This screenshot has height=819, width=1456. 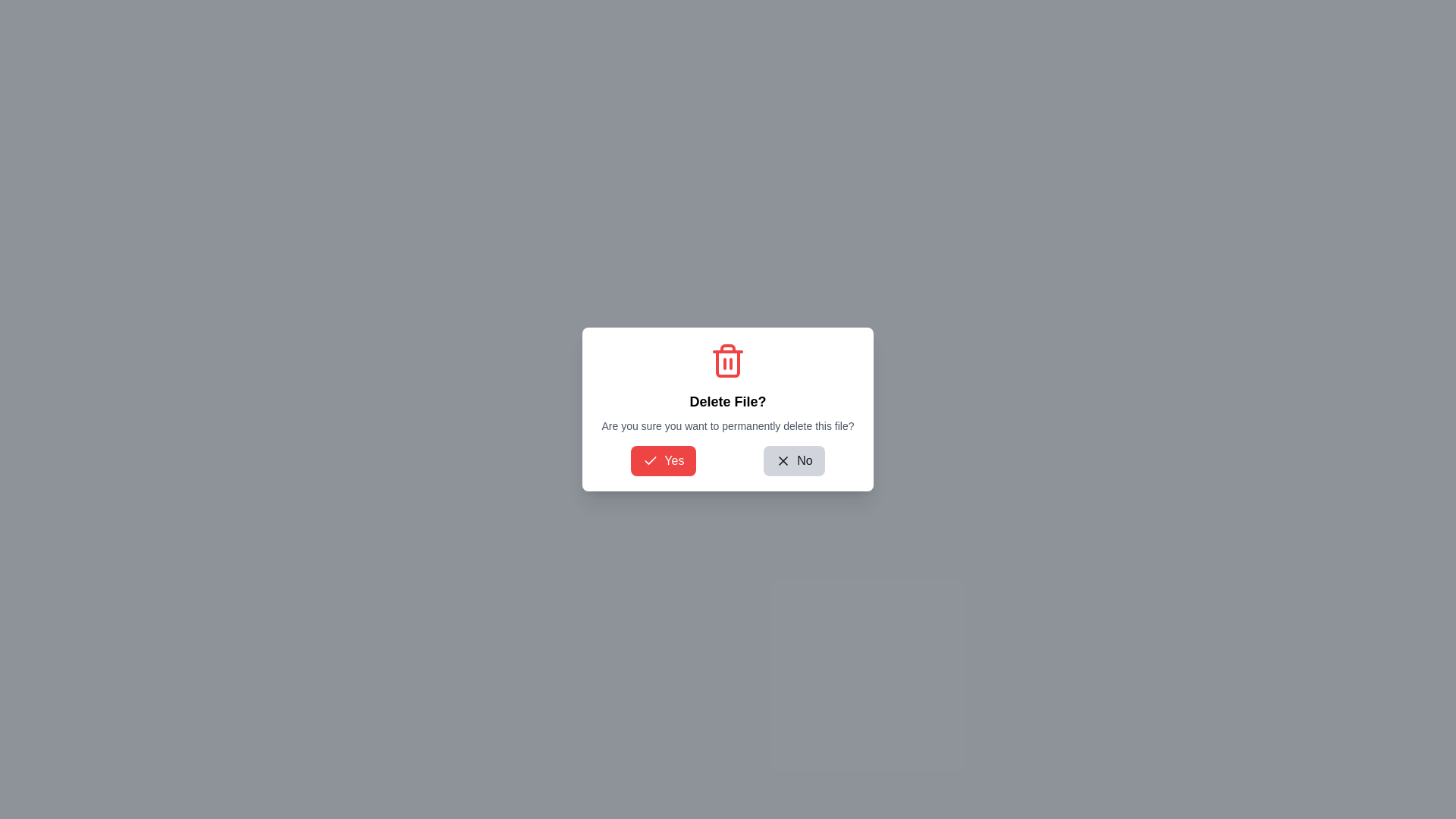 What do you see at coordinates (783, 460) in the screenshot?
I see `the 'No' button icon, which visually represents the negative confirmation action within the confirmation dialog` at bounding box center [783, 460].